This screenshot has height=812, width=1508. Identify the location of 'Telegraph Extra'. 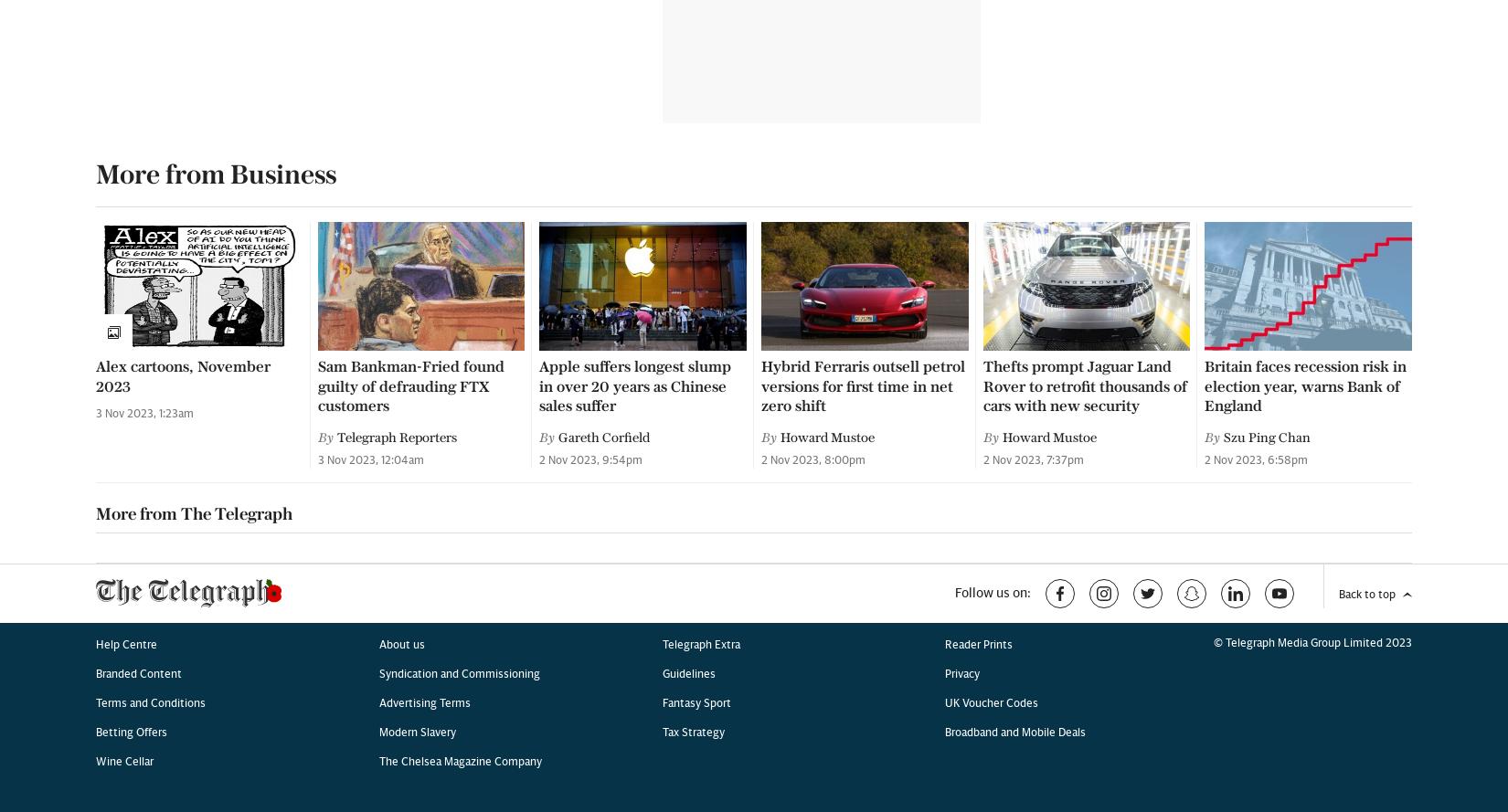
(699, 79).